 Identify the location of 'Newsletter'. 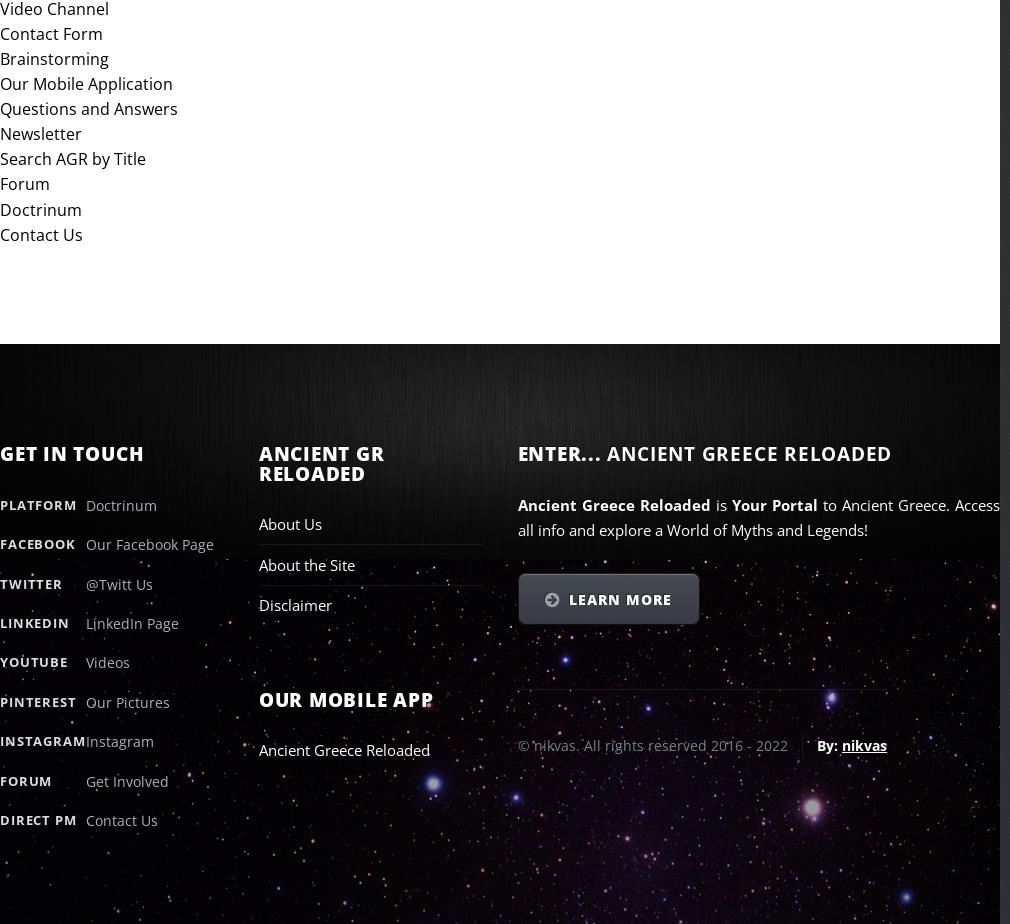
(0, 133).